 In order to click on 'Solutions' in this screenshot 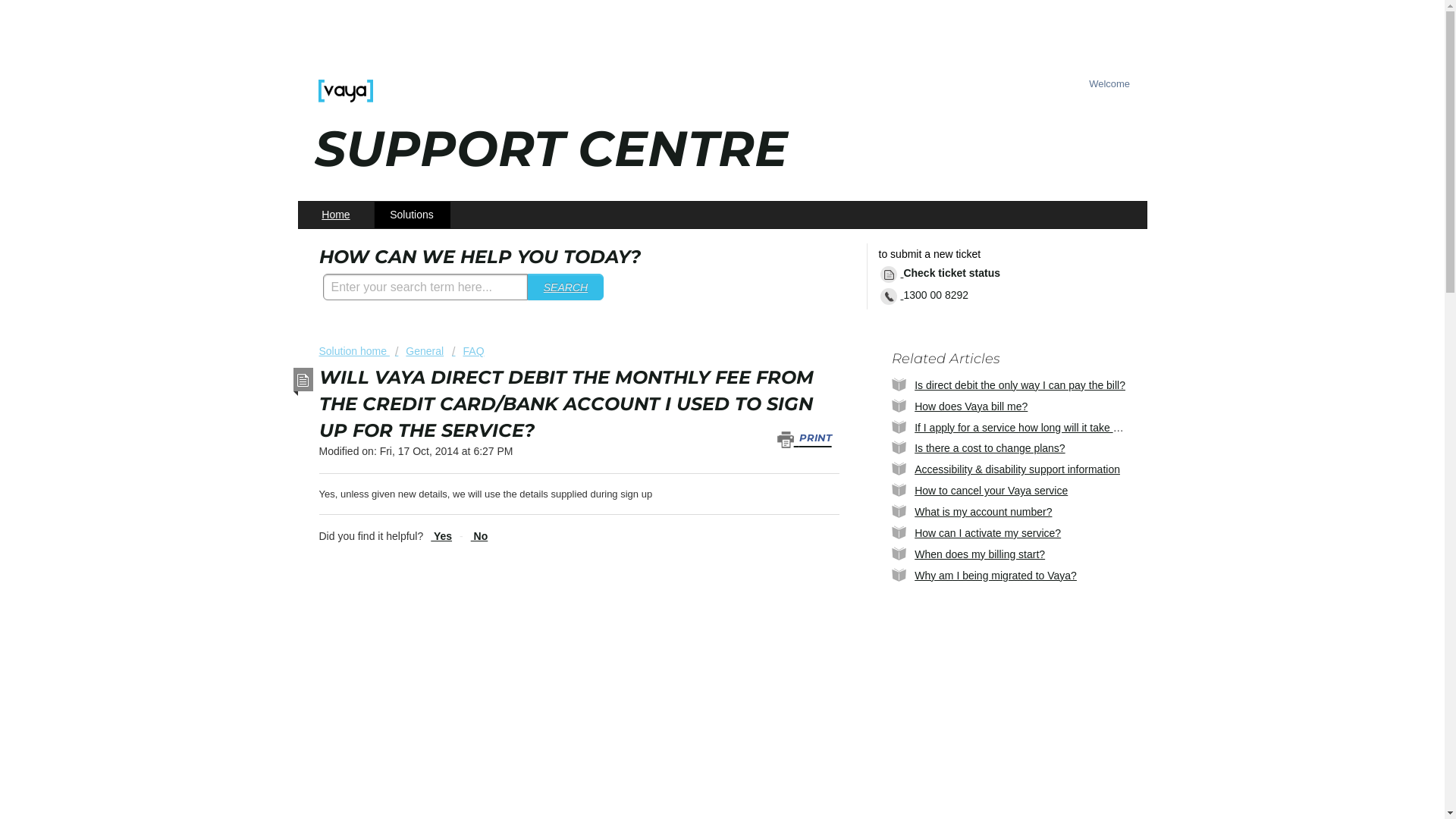, I will do `click(412, 215)`.